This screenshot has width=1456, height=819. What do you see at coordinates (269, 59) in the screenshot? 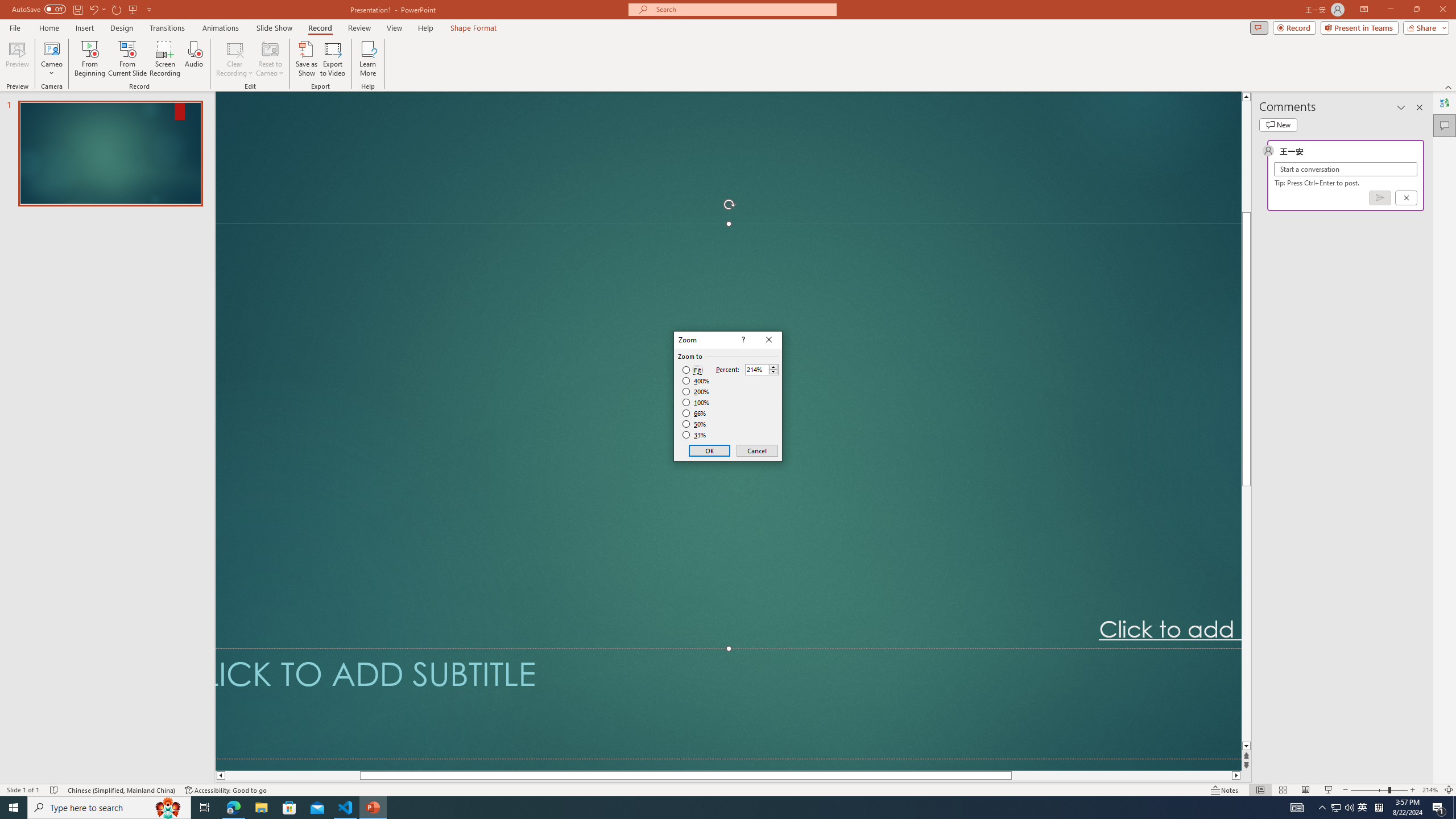
I see `'Reset to Cameo'` at bounding box center [269, 59].